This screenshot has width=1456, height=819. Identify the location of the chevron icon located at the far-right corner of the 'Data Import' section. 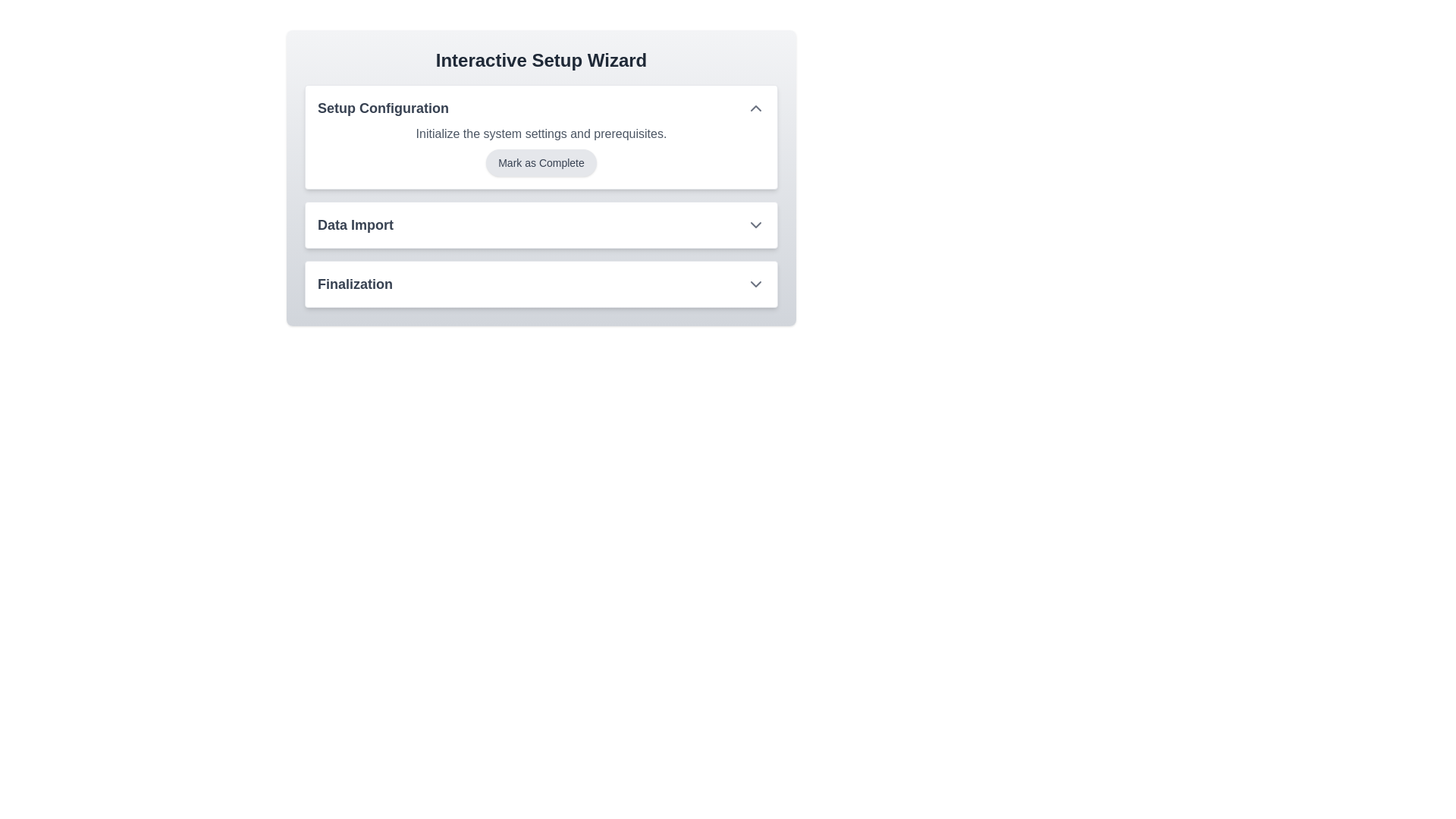
(756, 225).